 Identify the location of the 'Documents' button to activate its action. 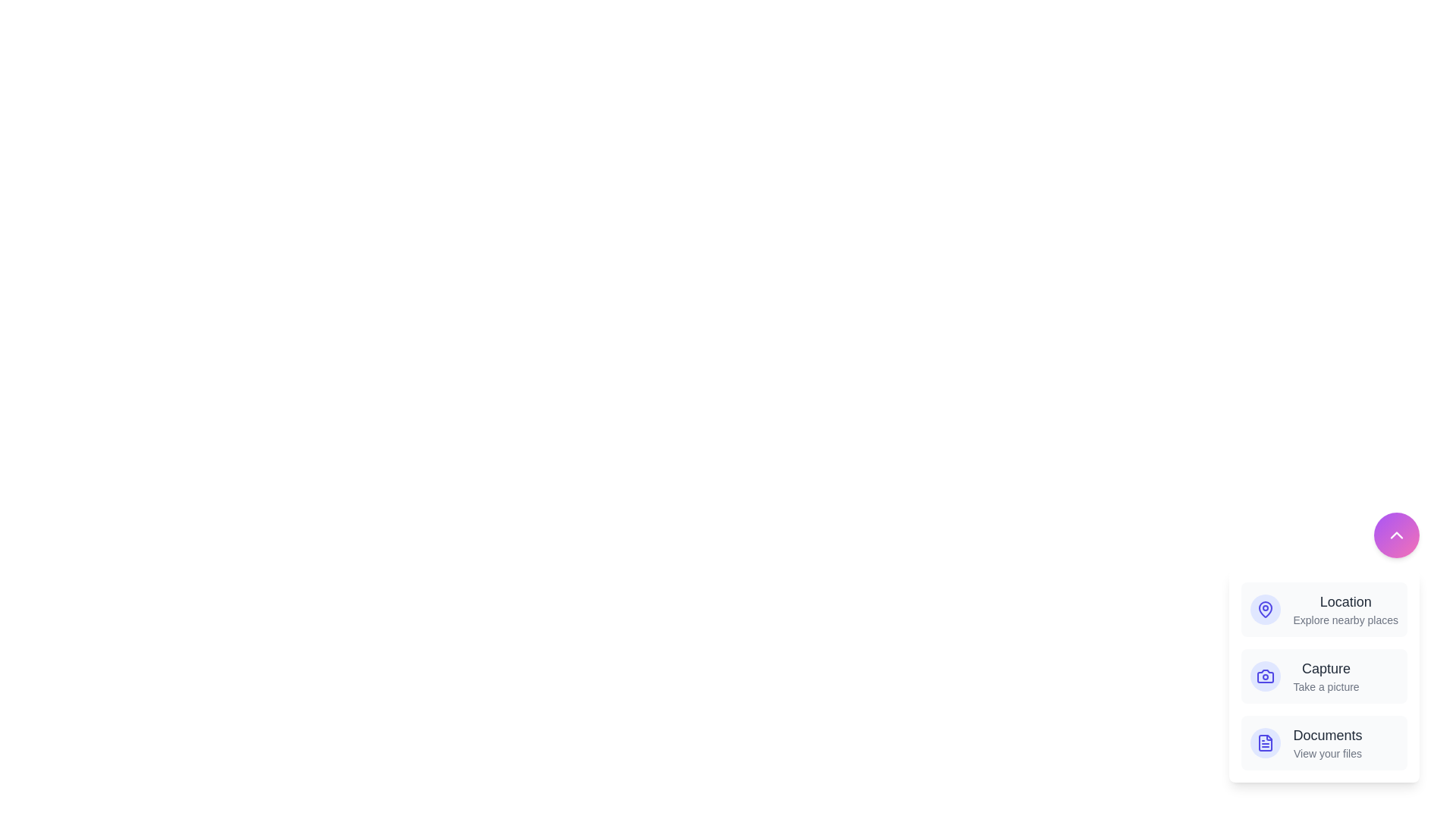
(1323, 742).